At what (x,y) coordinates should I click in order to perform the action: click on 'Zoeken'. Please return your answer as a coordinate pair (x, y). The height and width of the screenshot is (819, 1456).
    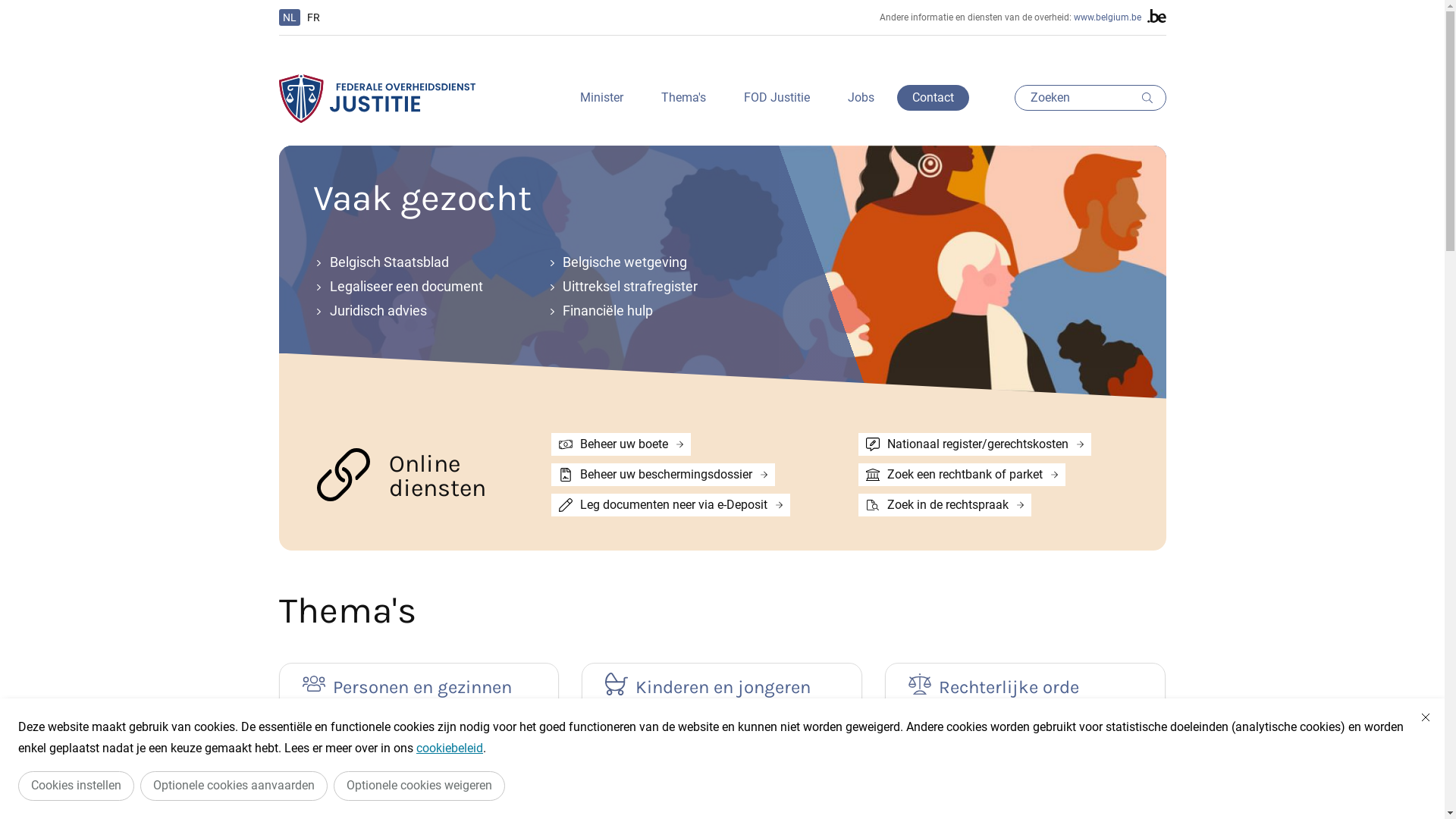
    Looking at the image, I should click on (1090, 97).